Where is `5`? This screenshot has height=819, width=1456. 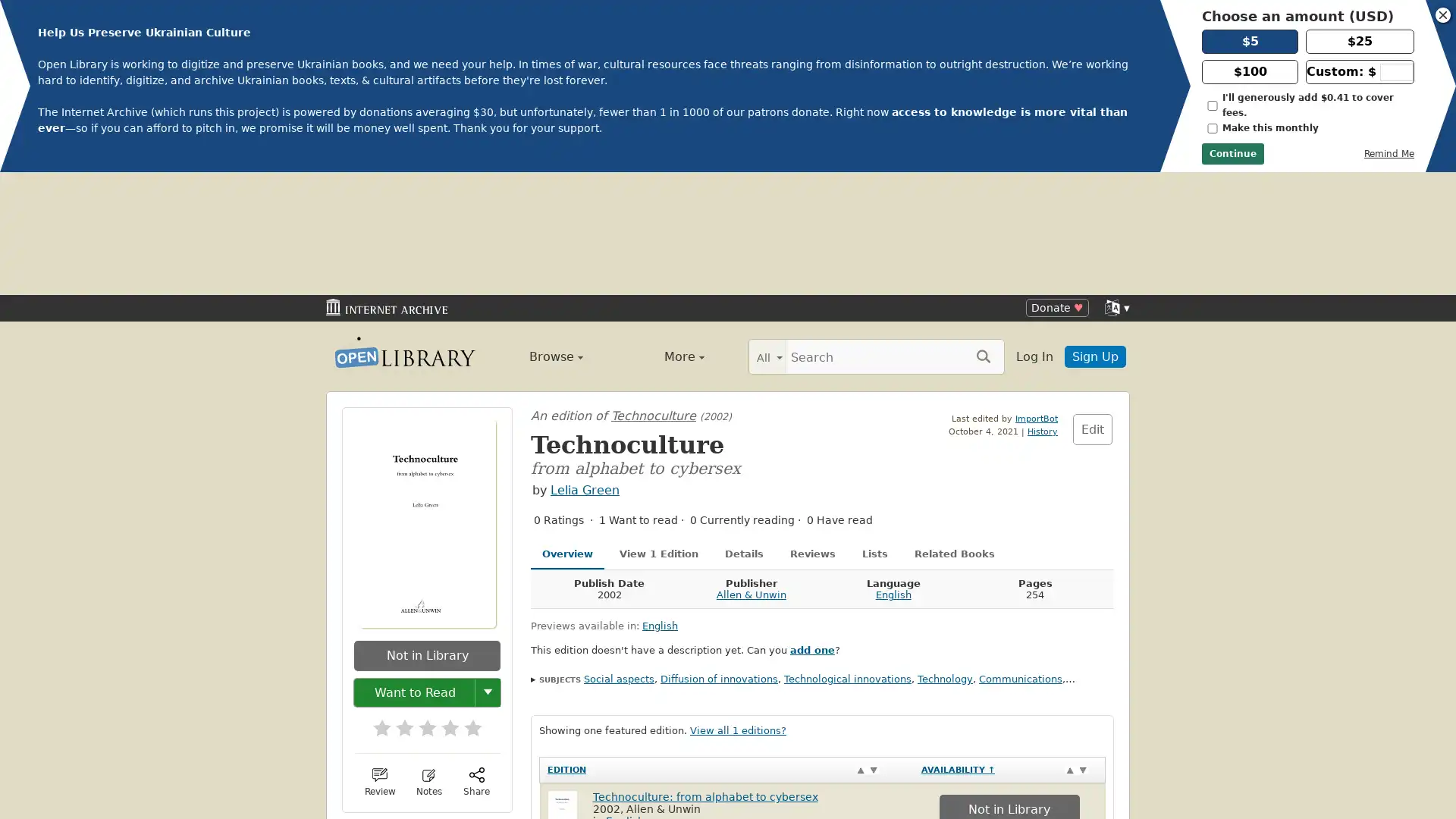 5 is located at coordinates (465, 599).